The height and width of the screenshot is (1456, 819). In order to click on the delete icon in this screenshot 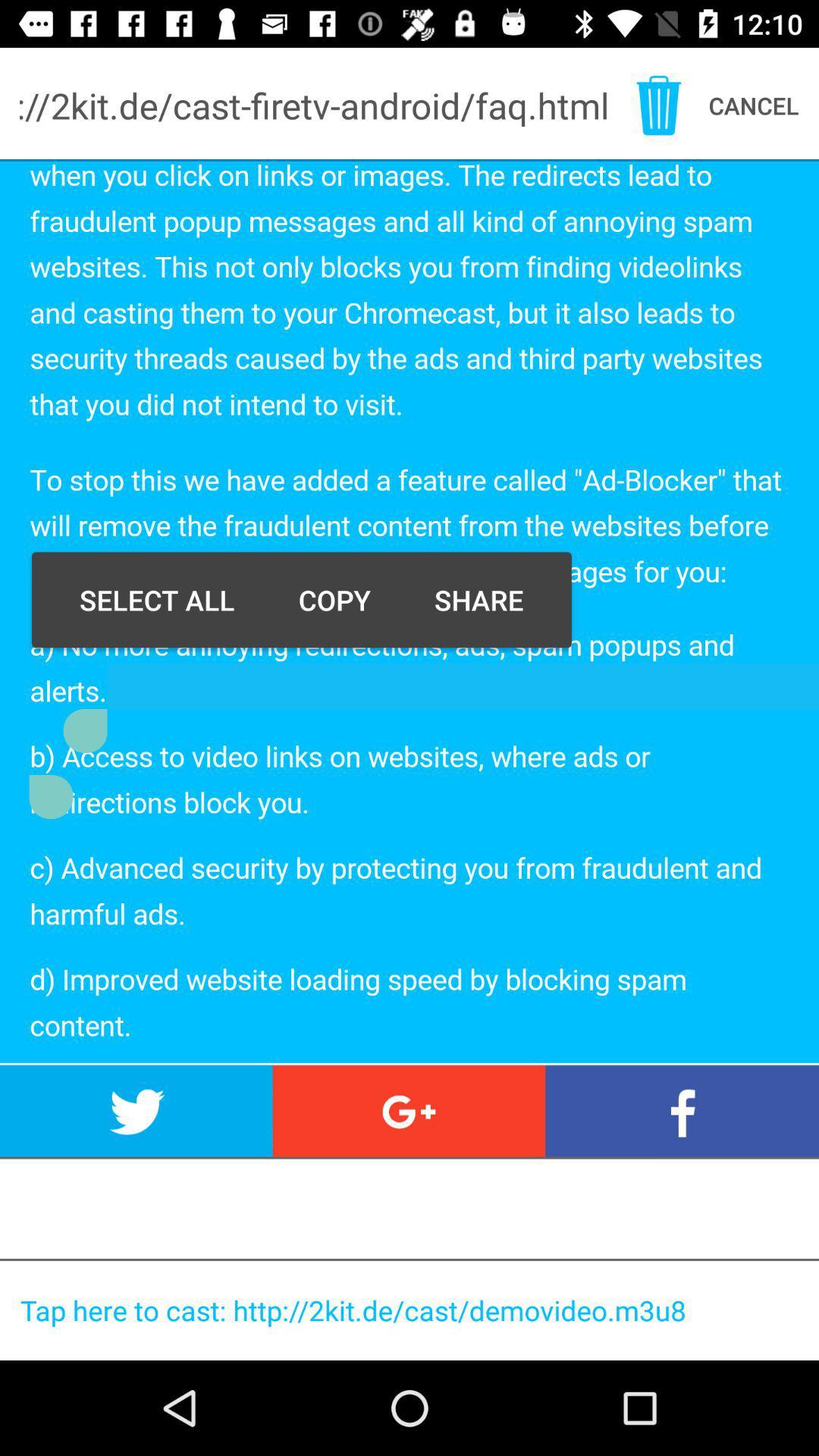, I will do `click(657, 105)`.